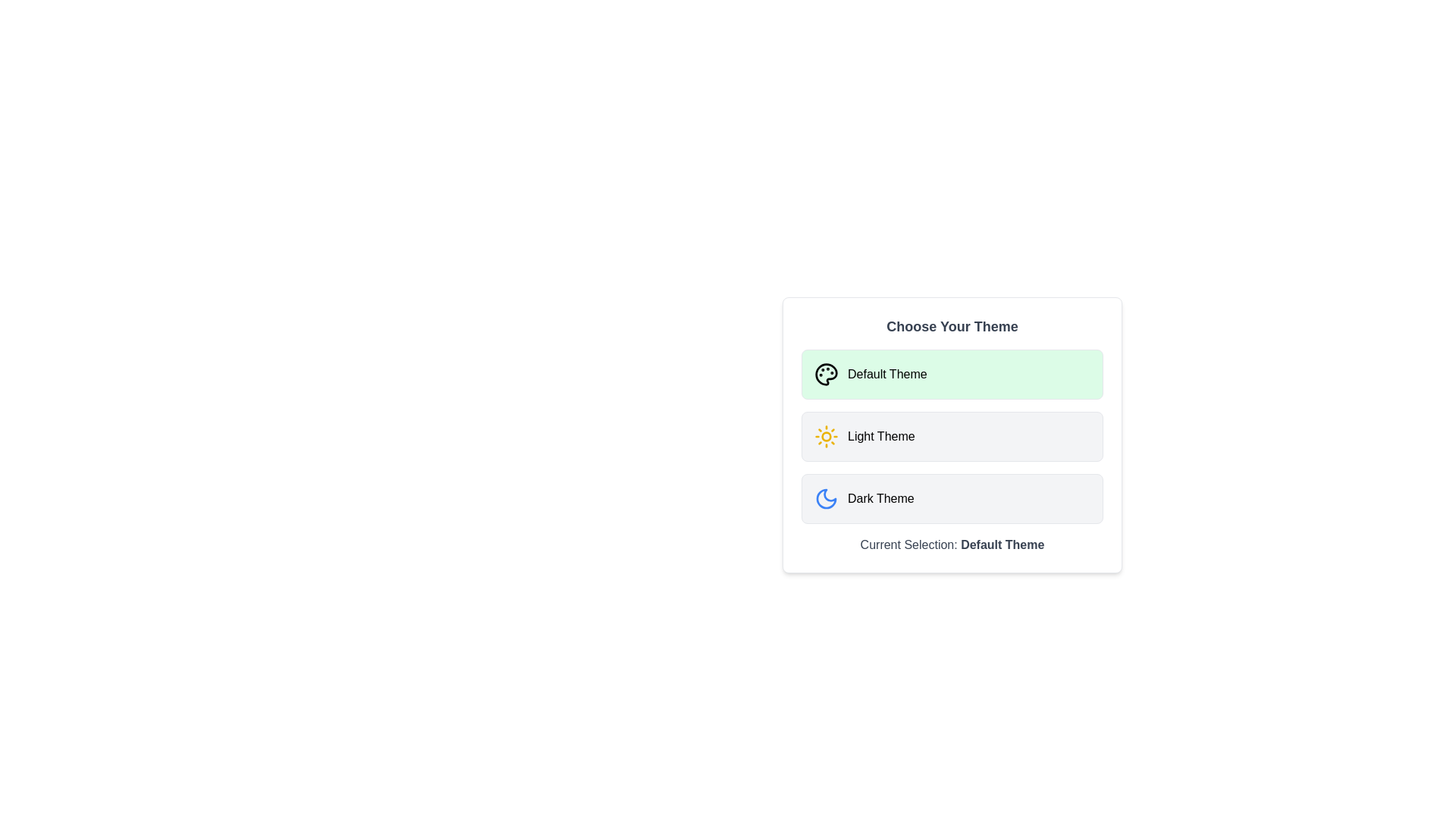  I want to click on the icon for the Dark theme, so click(825, 499).